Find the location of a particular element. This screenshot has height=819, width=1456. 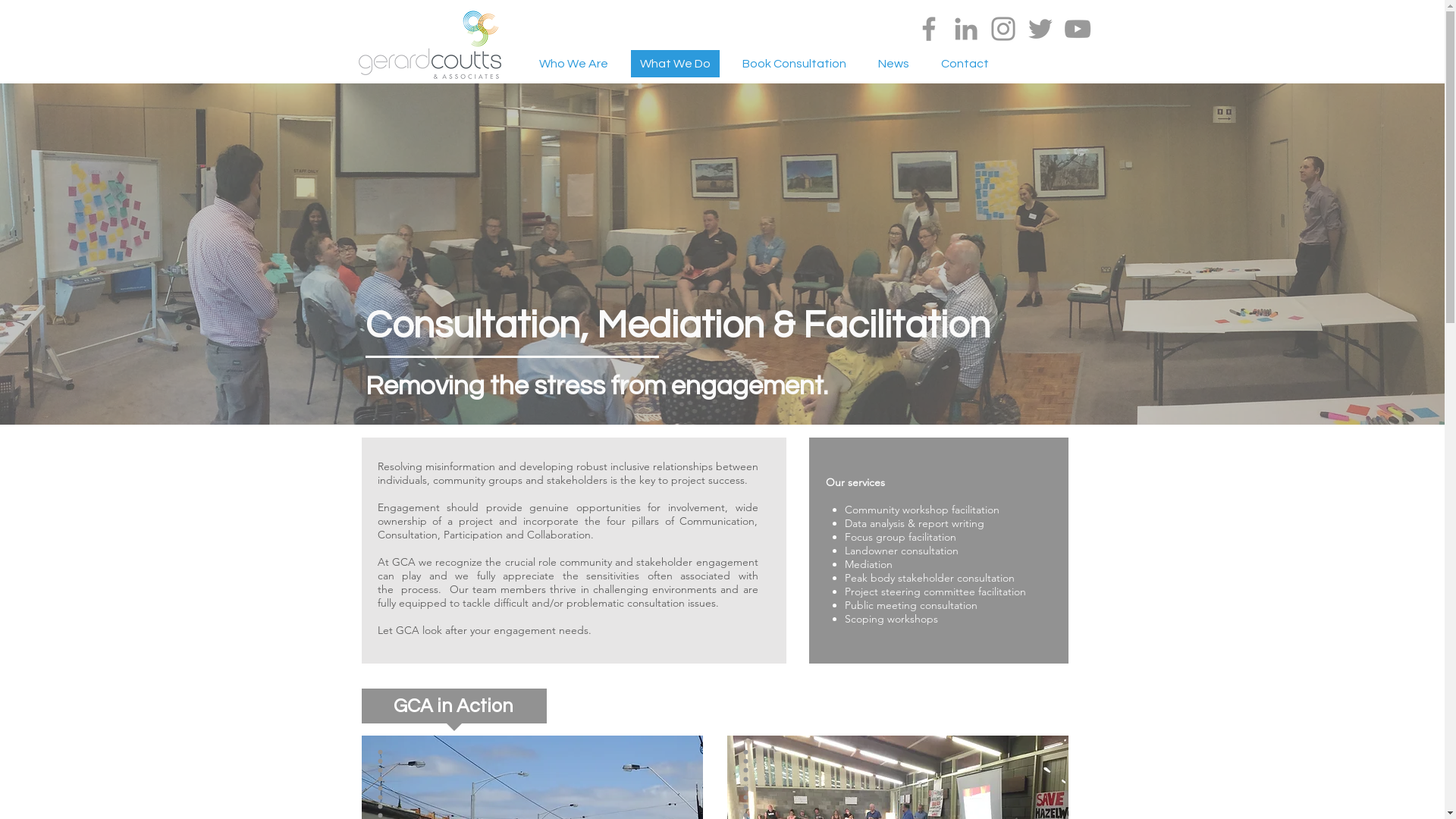

'Contact' is located at coordinates (930, 63).